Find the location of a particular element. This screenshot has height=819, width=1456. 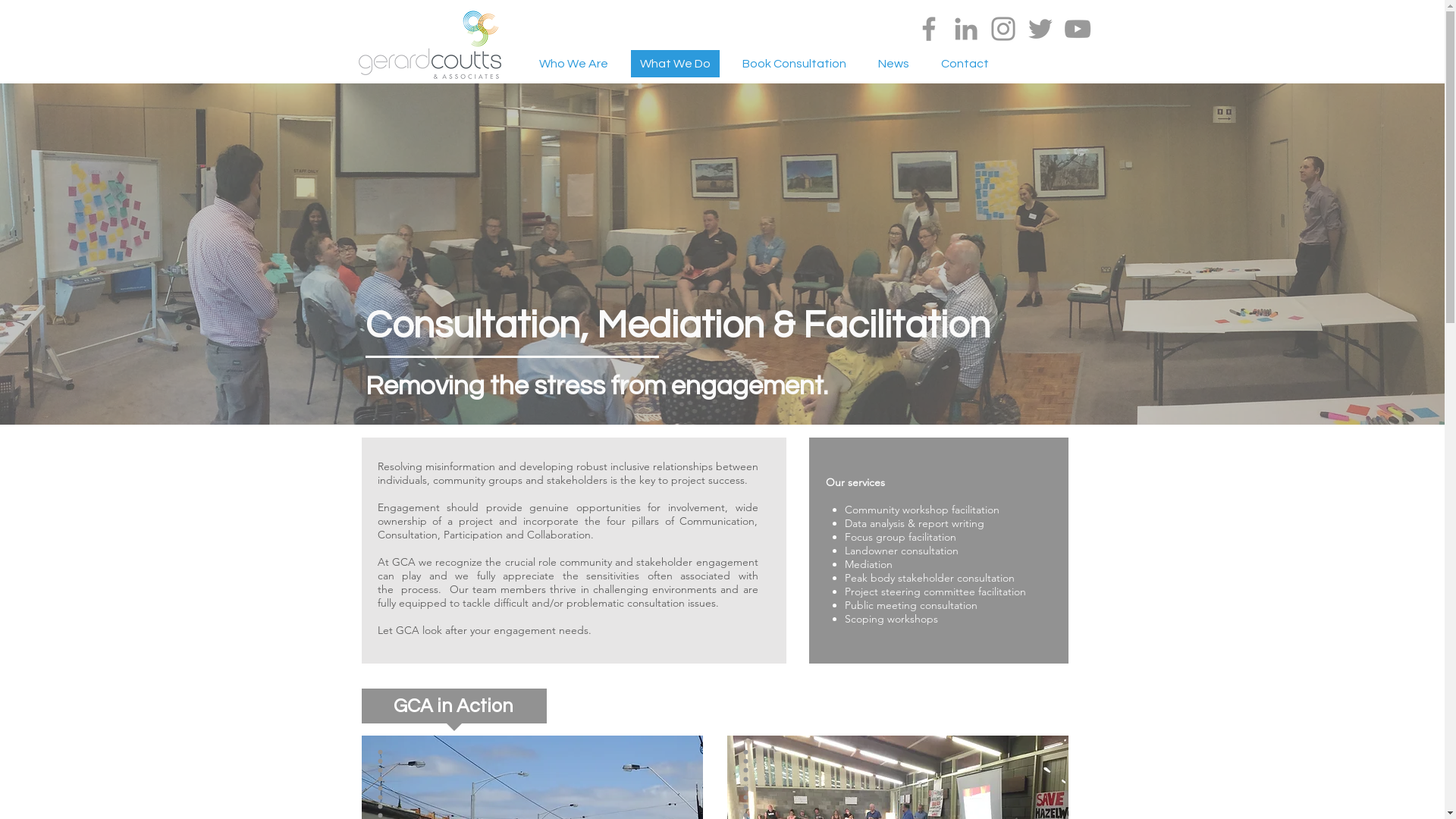

'Contact' is located at coordinates (930, 63).